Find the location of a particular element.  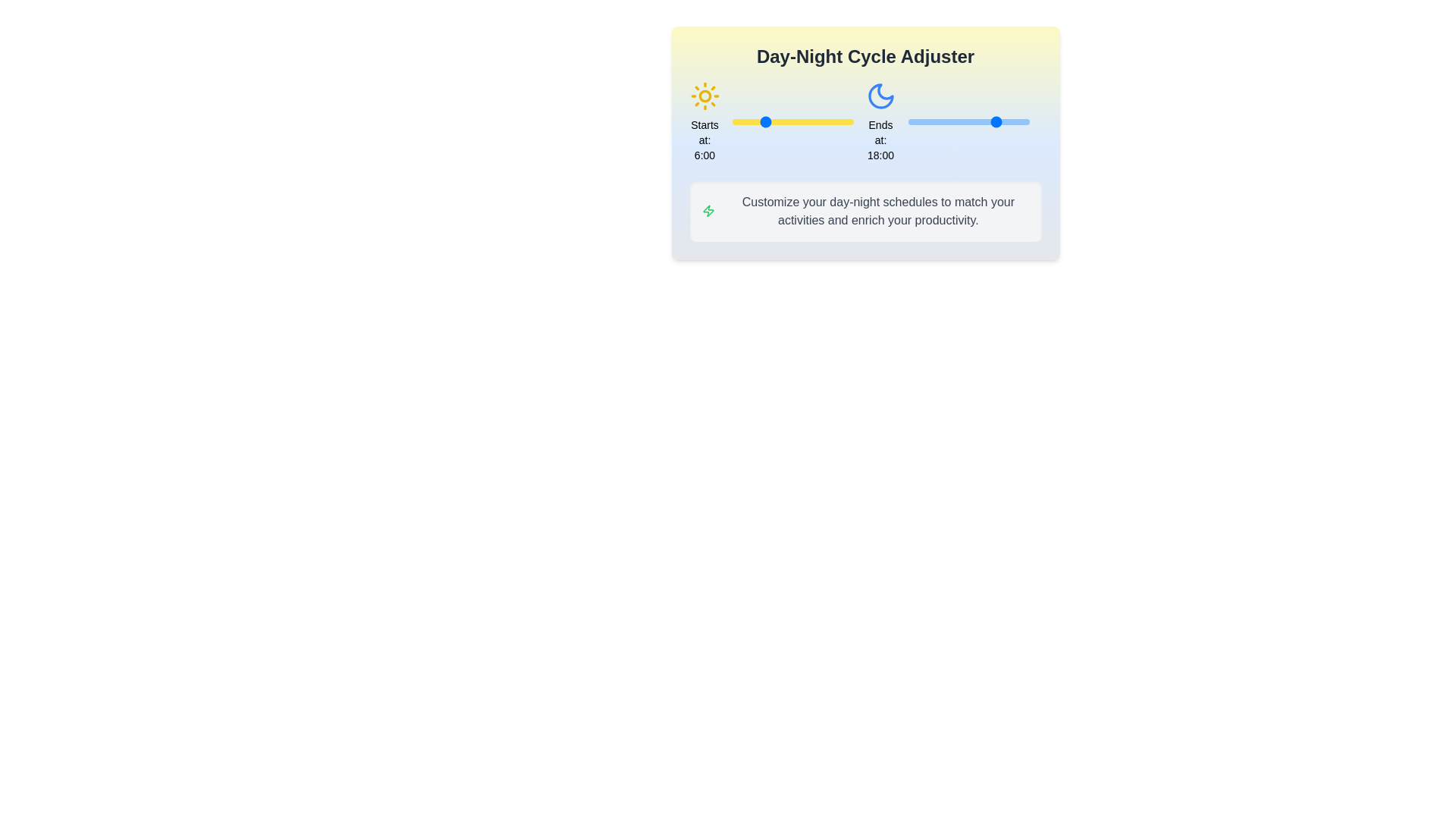

the end time of the day cycle to 12 hours using the right slider is located at coordinates (968, 121).